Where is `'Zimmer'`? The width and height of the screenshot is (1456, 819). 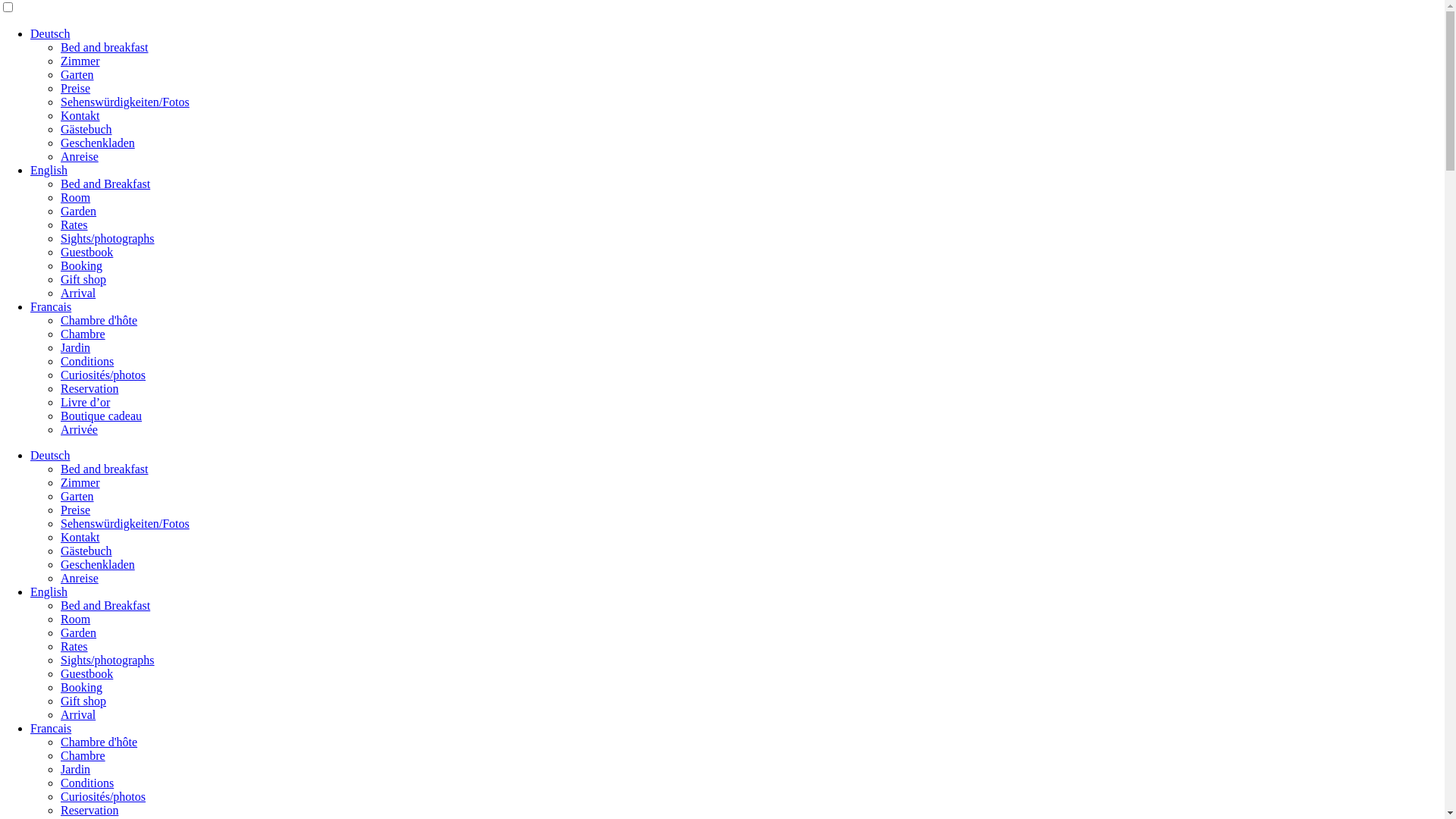 'Zimmer' is located at coordinates (79, 60).